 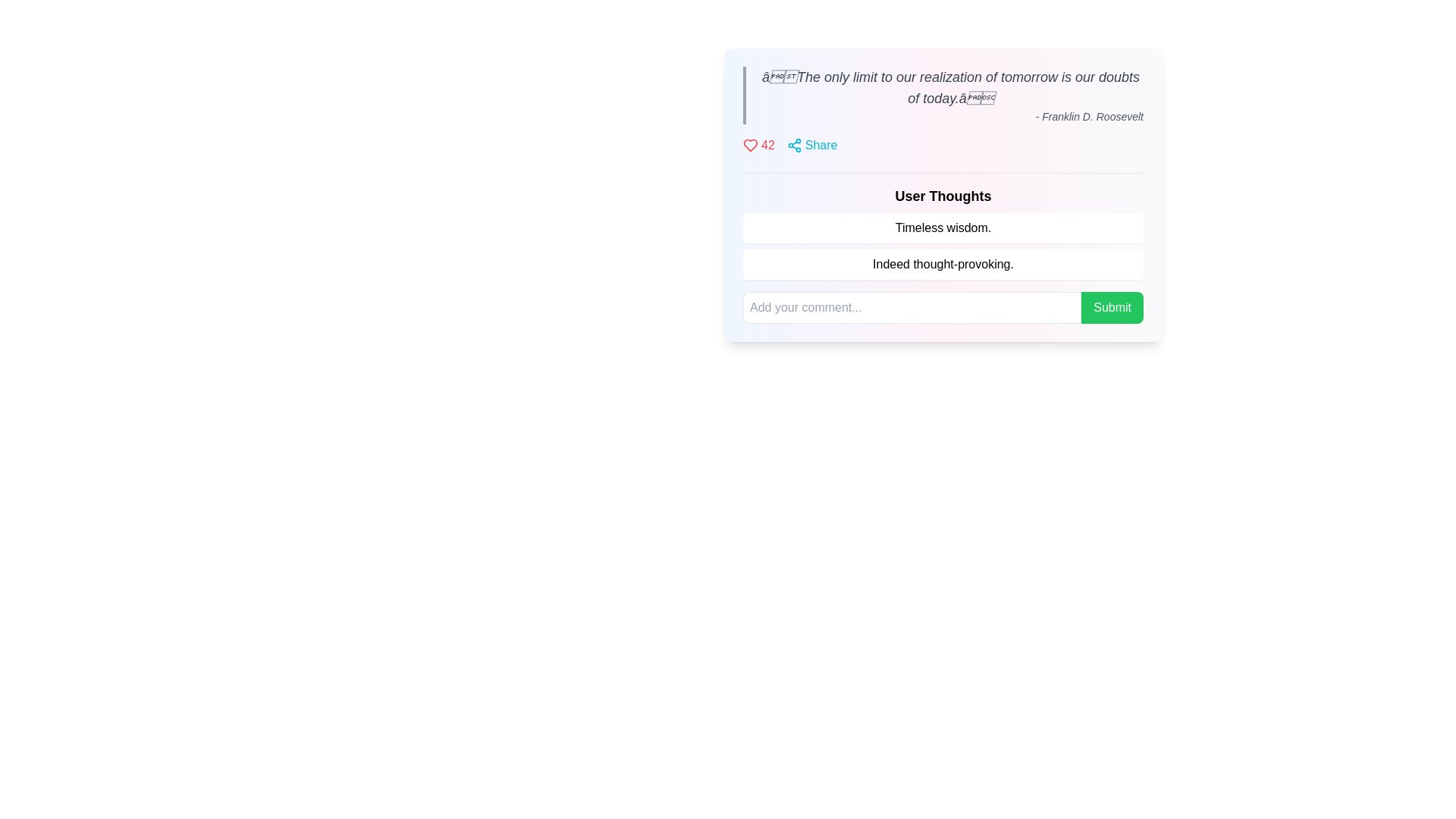 What do you see at coordinates (793, 146) in the screenshot?
I see `the SVG share icon located` at bounding box center [793, 146].